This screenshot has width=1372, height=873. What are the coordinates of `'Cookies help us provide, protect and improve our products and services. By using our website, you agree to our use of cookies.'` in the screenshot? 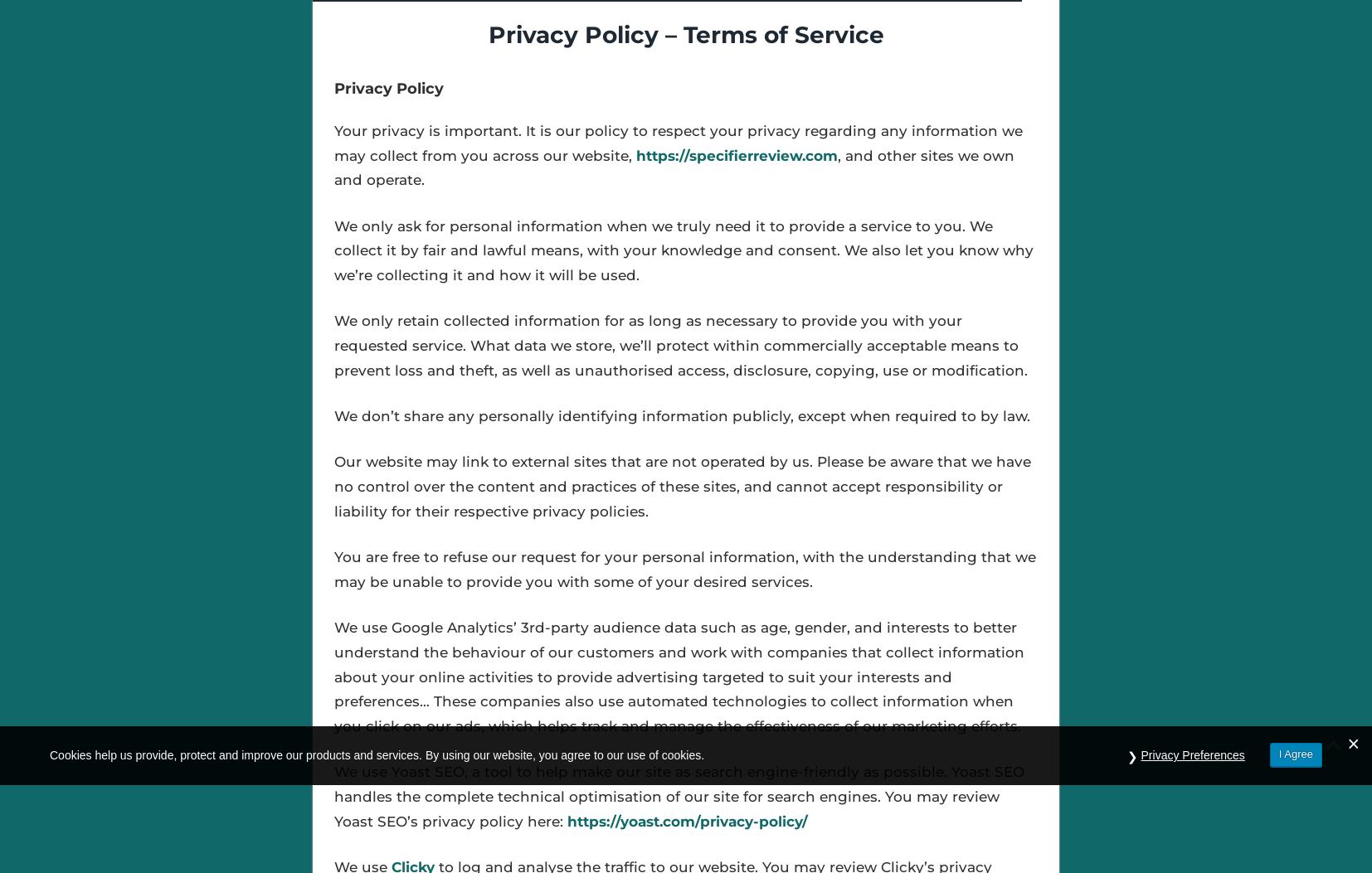 It's located at (49, 754).